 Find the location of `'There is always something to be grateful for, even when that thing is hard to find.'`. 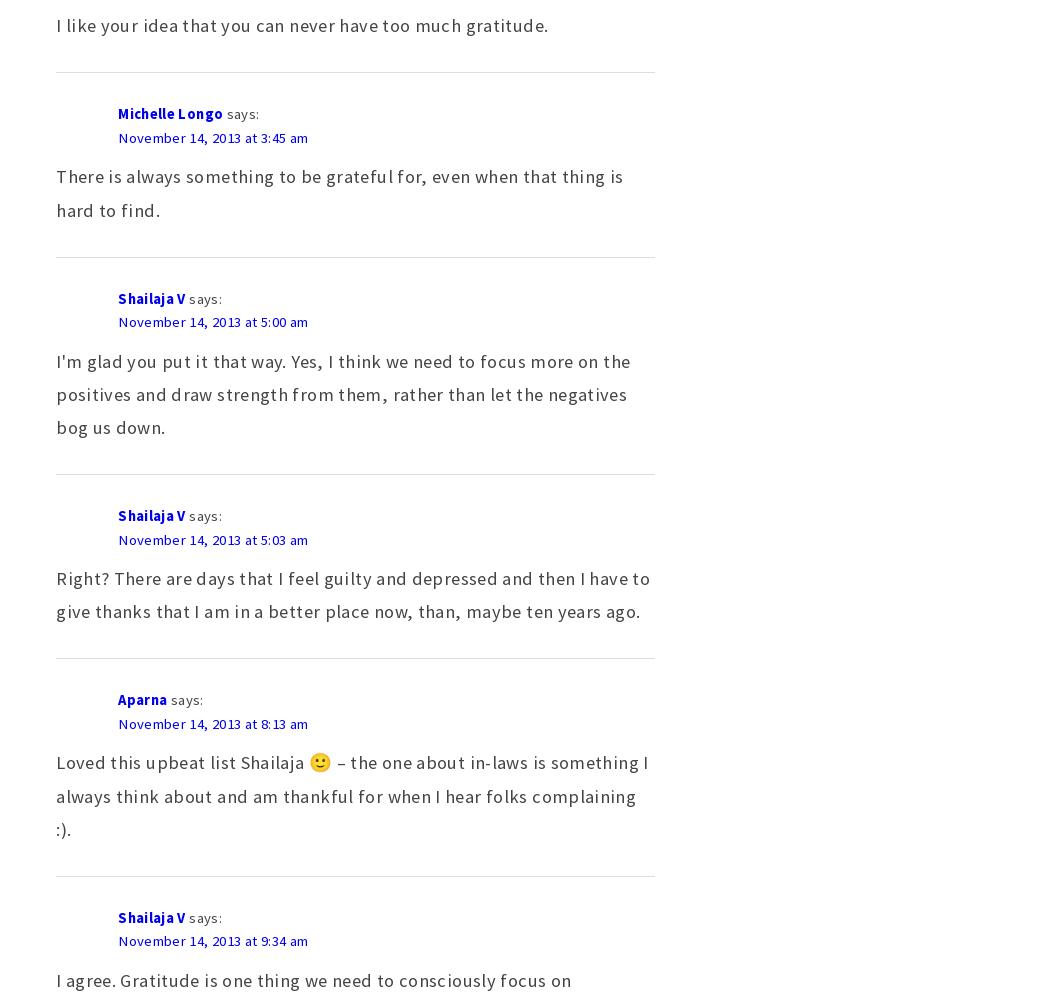

'There is always something to be grateful for, even when that thing is hard to find.' is located at coordinates (338, 192).